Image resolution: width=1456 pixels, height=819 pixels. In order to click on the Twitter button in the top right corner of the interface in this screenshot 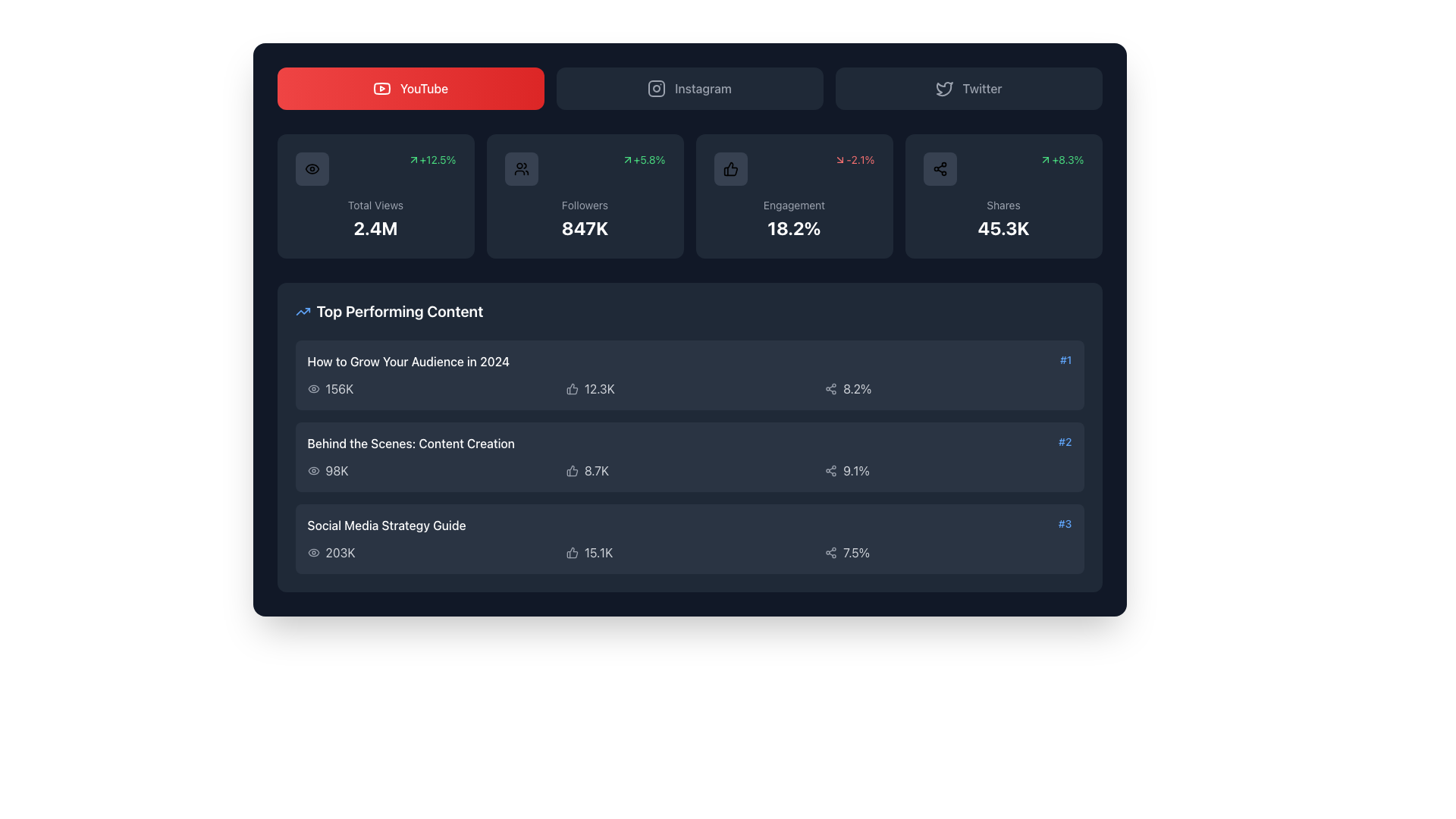, I will do `click(943, 89)`.